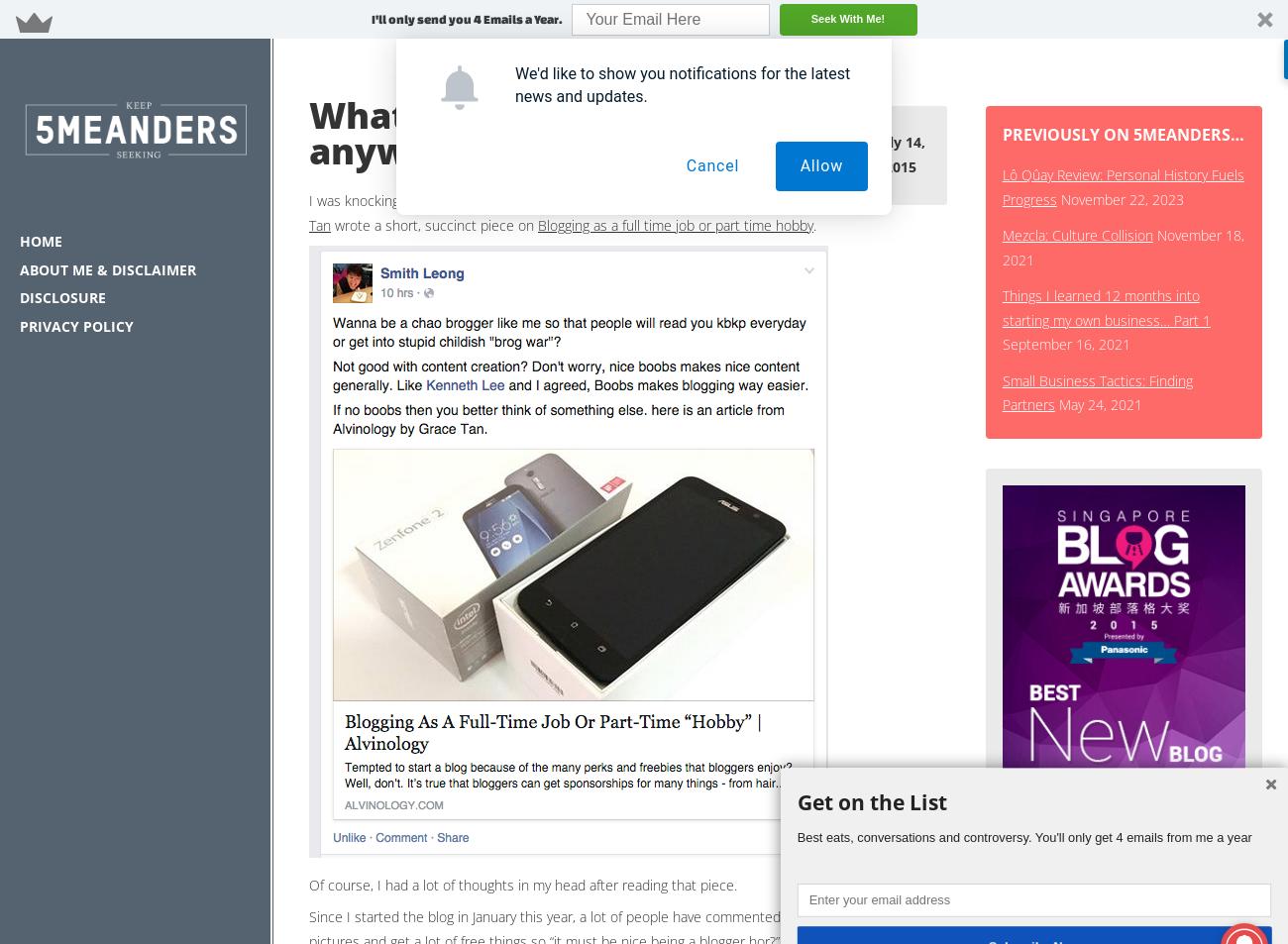 This screenshot has width=1288, height=944. I want to click on 'May 24, 2021', so click(1098, 403).